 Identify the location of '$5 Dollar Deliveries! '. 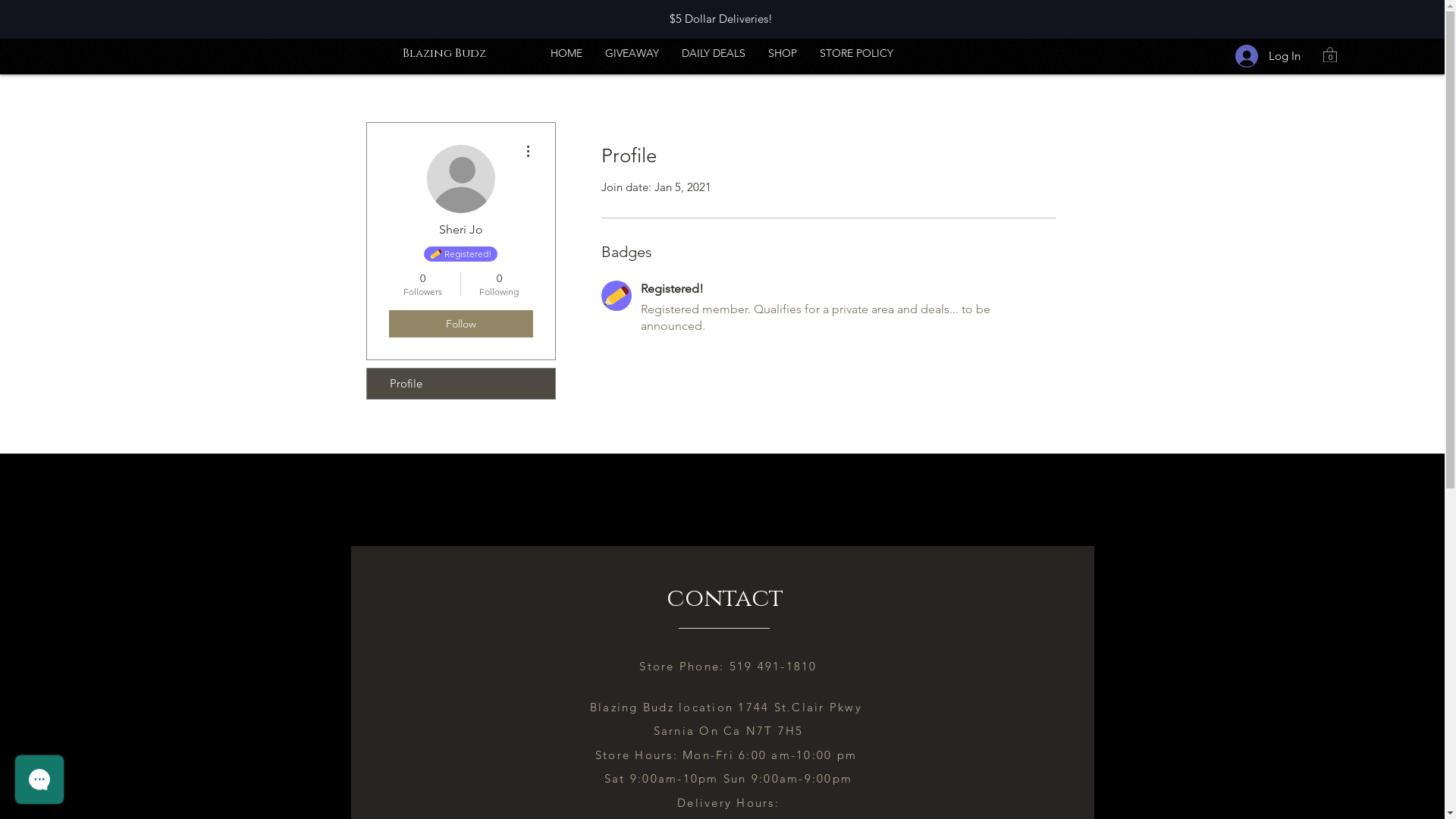
(722, 18).